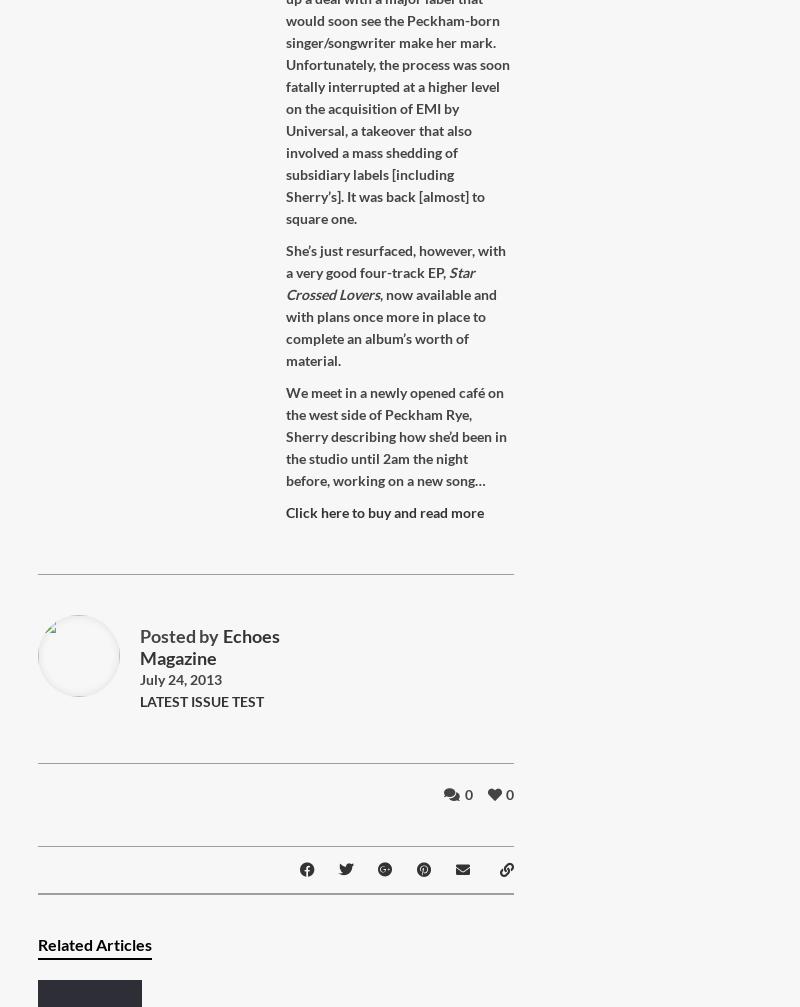 The width and height of the screenshot is (800, 1007). What do you see at coordinates (379, 283) in the screenshot?
I see `'Star Crossed Lovers'` at bounding box center [379, 283].